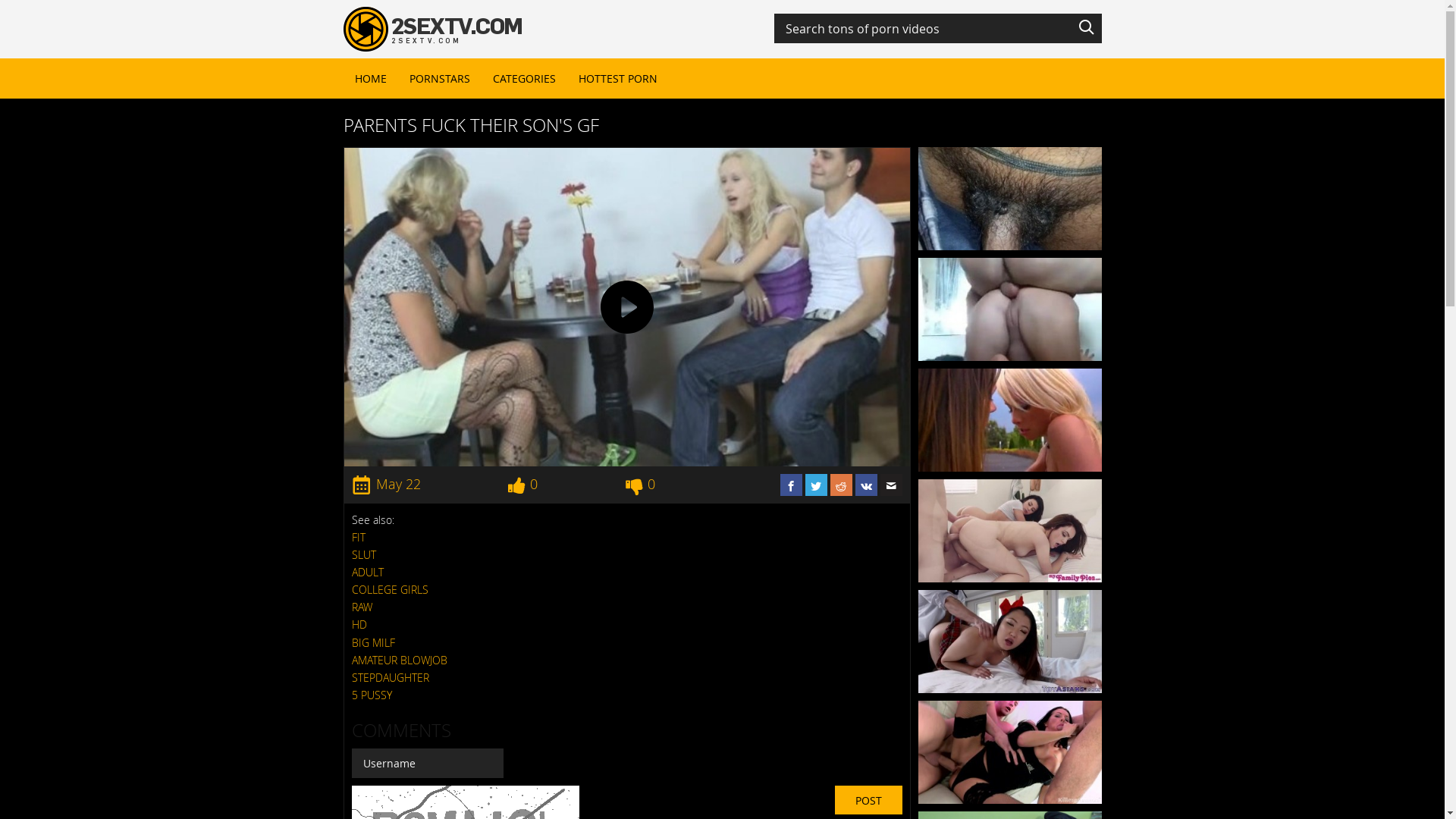  Describe the element at coordinates (372, 695) in the screenshot. I see `'5 PUSSY'` at that location.